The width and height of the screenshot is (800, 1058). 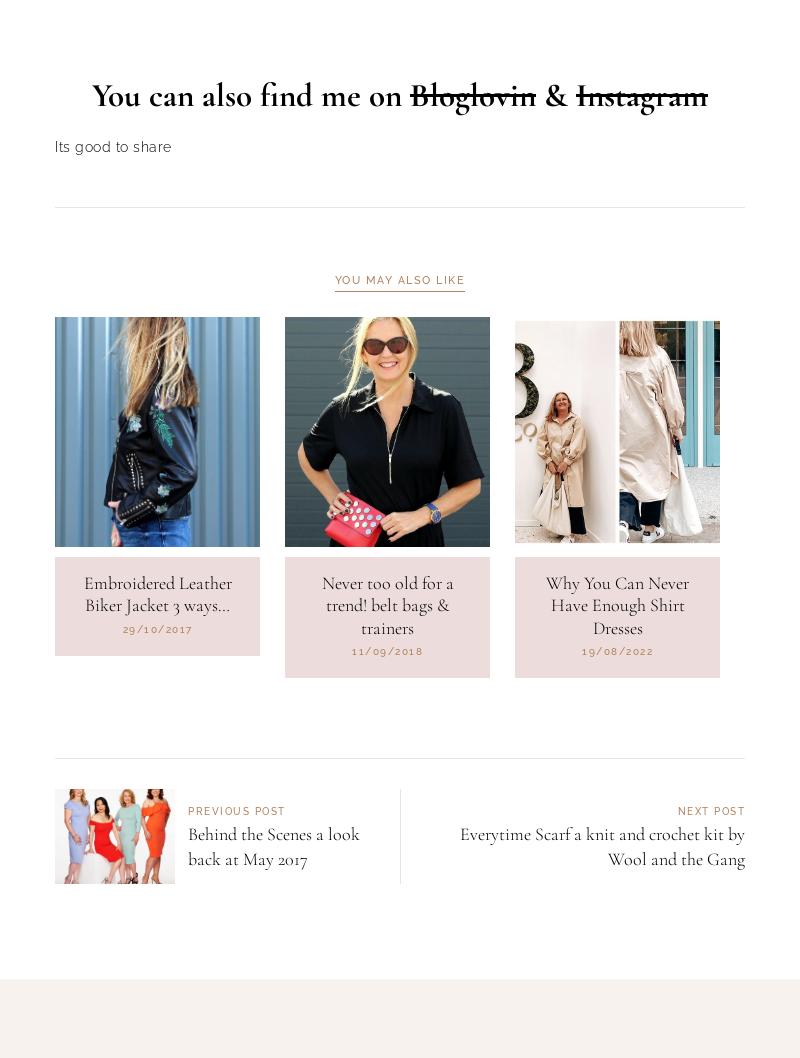 What do you see at coordinates (473, 197) in the screenshot?
I see `'Bloglovin'` at bounding box center [473, 197].